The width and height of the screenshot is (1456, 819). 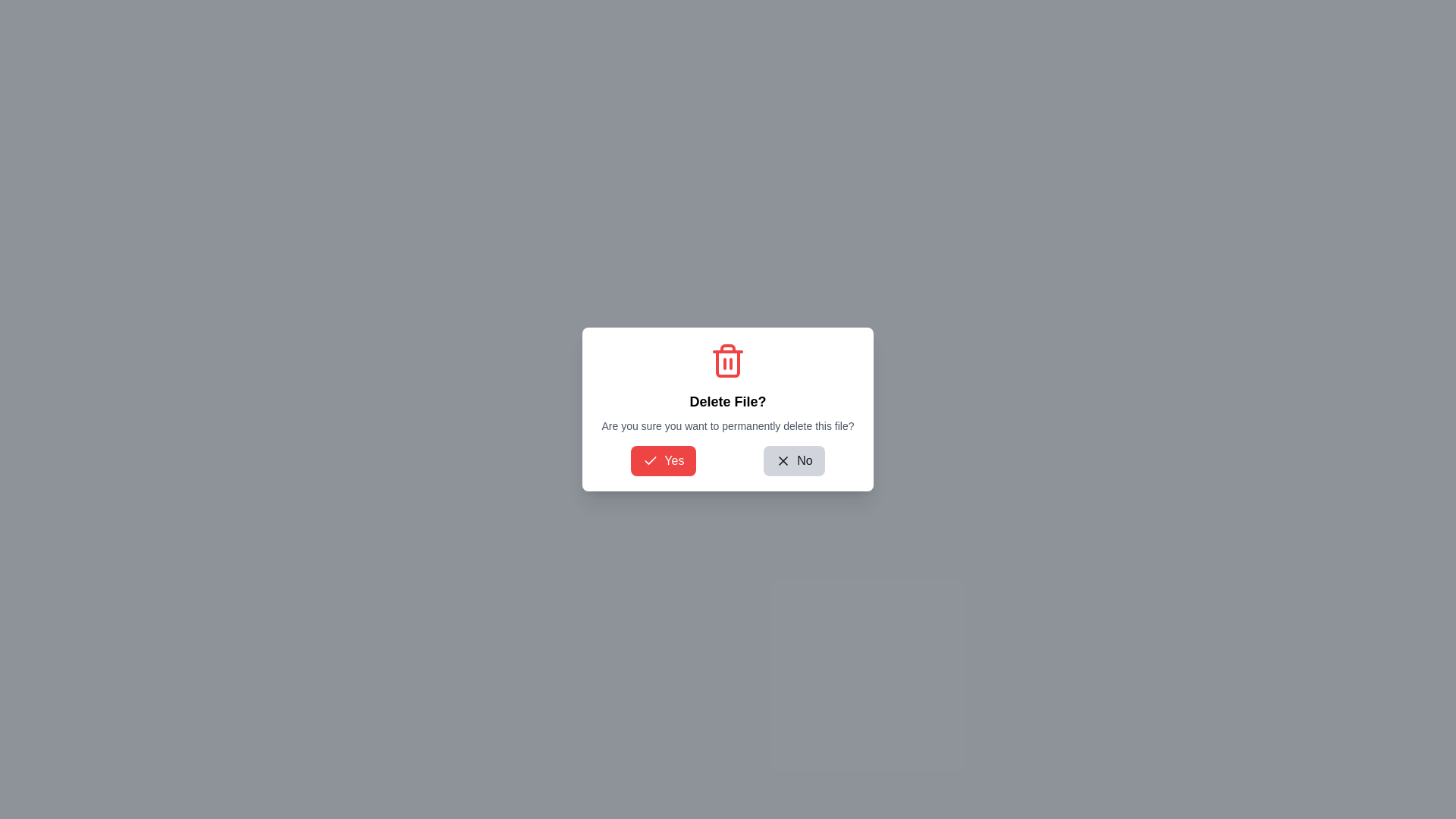 I want to click on the icon located within the 'Yes' button in the confirmation popup, which visually confirms the action associated with the button, so click(x=651, y=460).